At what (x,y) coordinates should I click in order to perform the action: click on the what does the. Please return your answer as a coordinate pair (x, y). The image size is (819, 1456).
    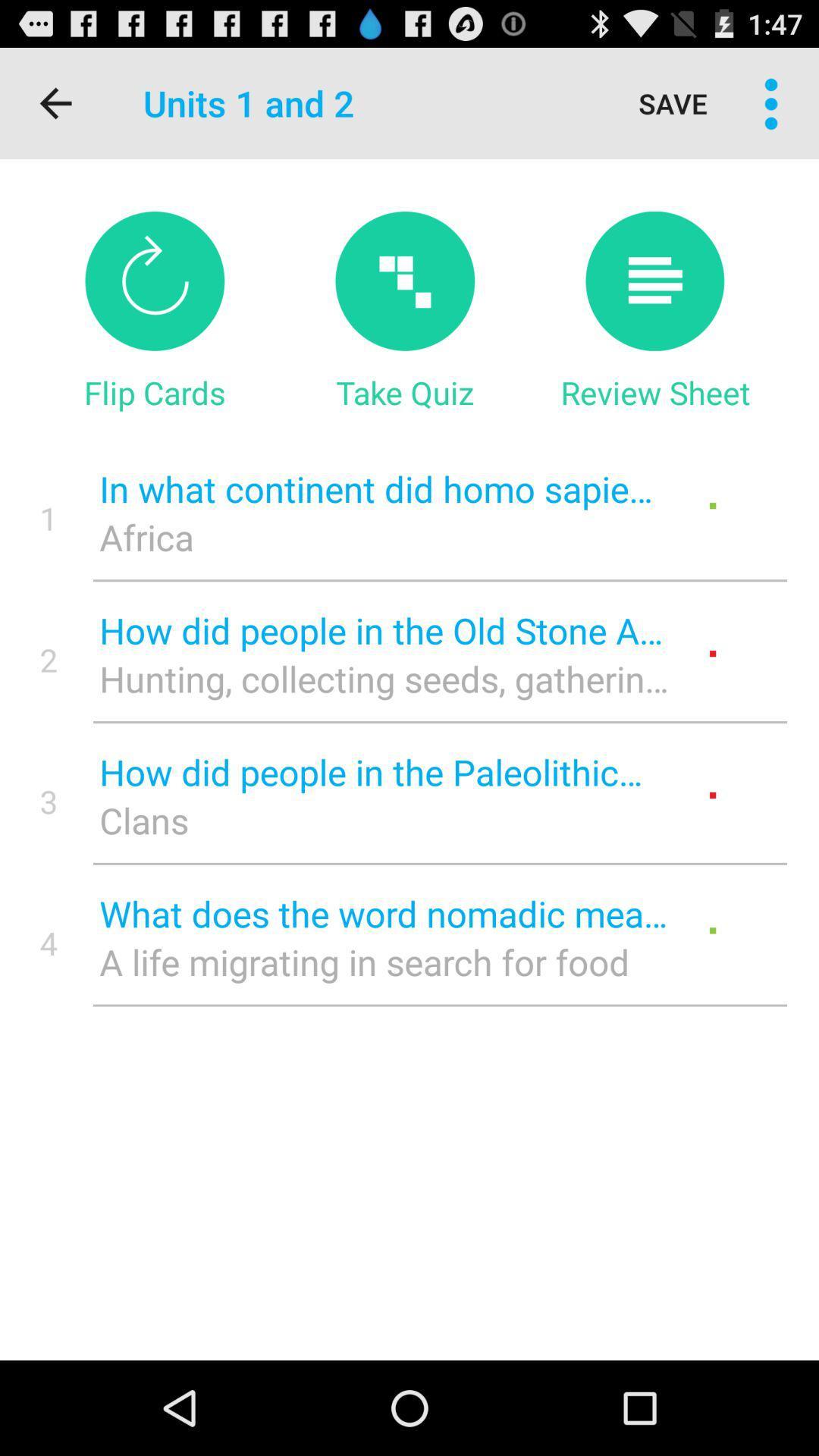
    Looking at the image, I should click on (383, 912).